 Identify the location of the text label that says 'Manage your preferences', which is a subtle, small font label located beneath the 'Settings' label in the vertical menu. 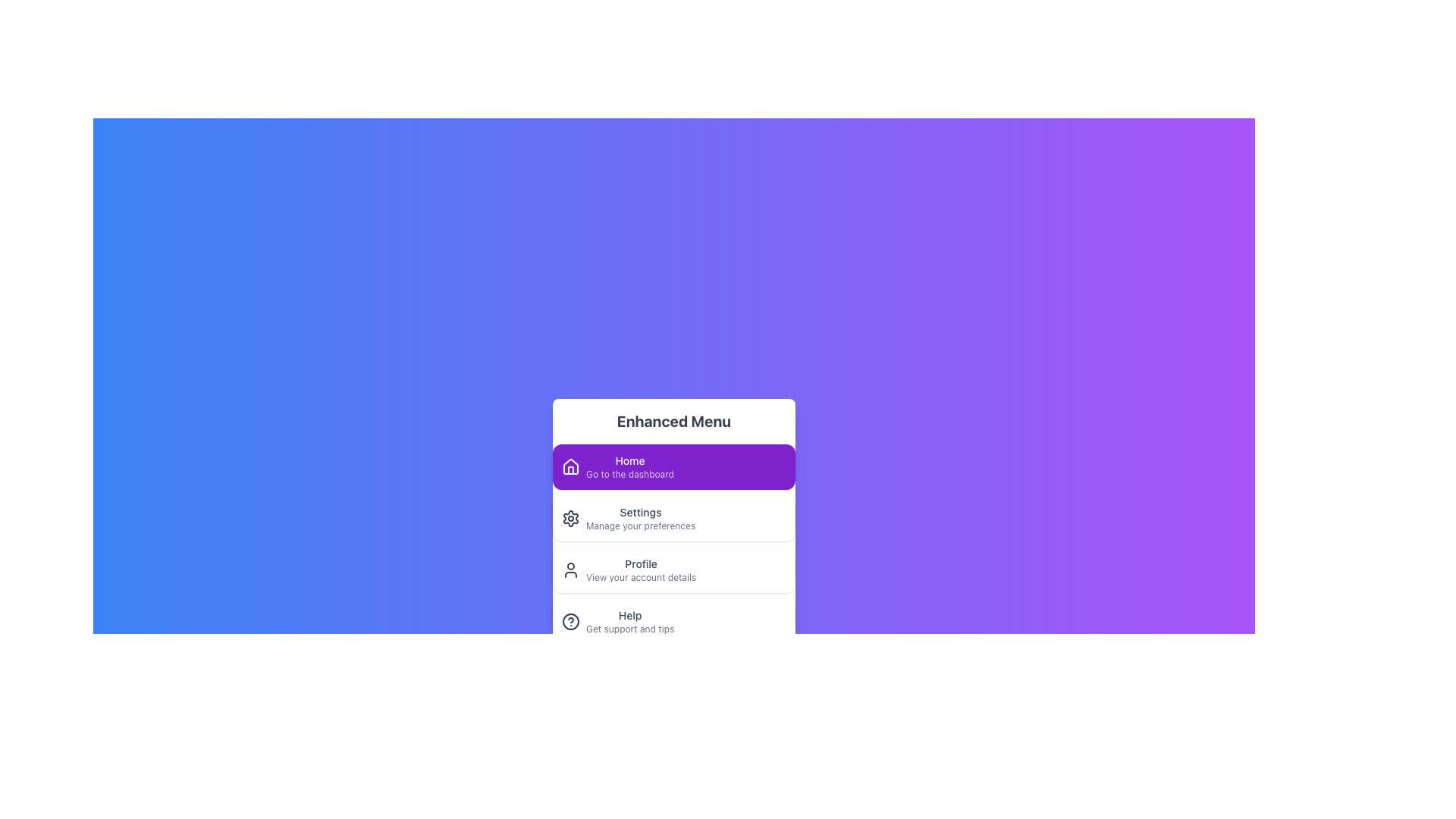
(641, 526).